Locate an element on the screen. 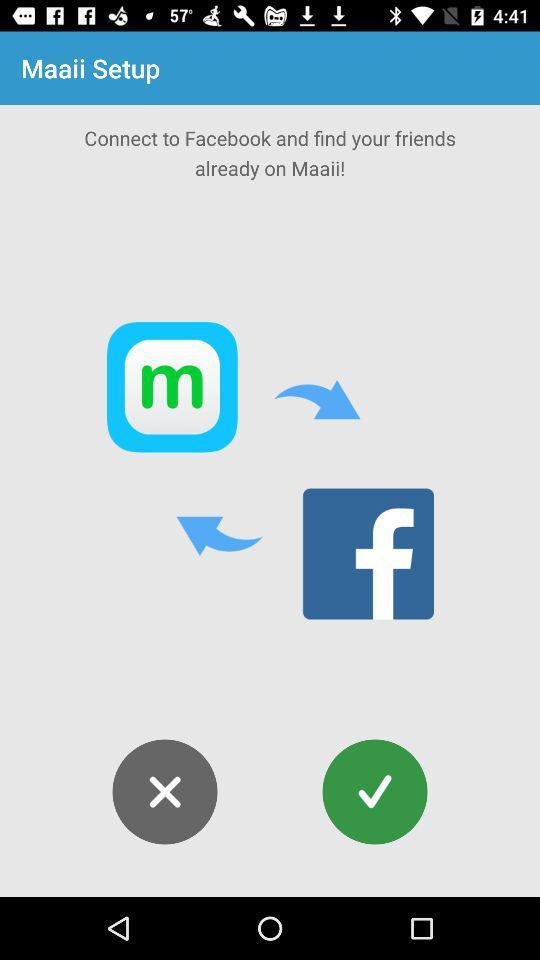  the check icon is located at coordinates (374, 792).